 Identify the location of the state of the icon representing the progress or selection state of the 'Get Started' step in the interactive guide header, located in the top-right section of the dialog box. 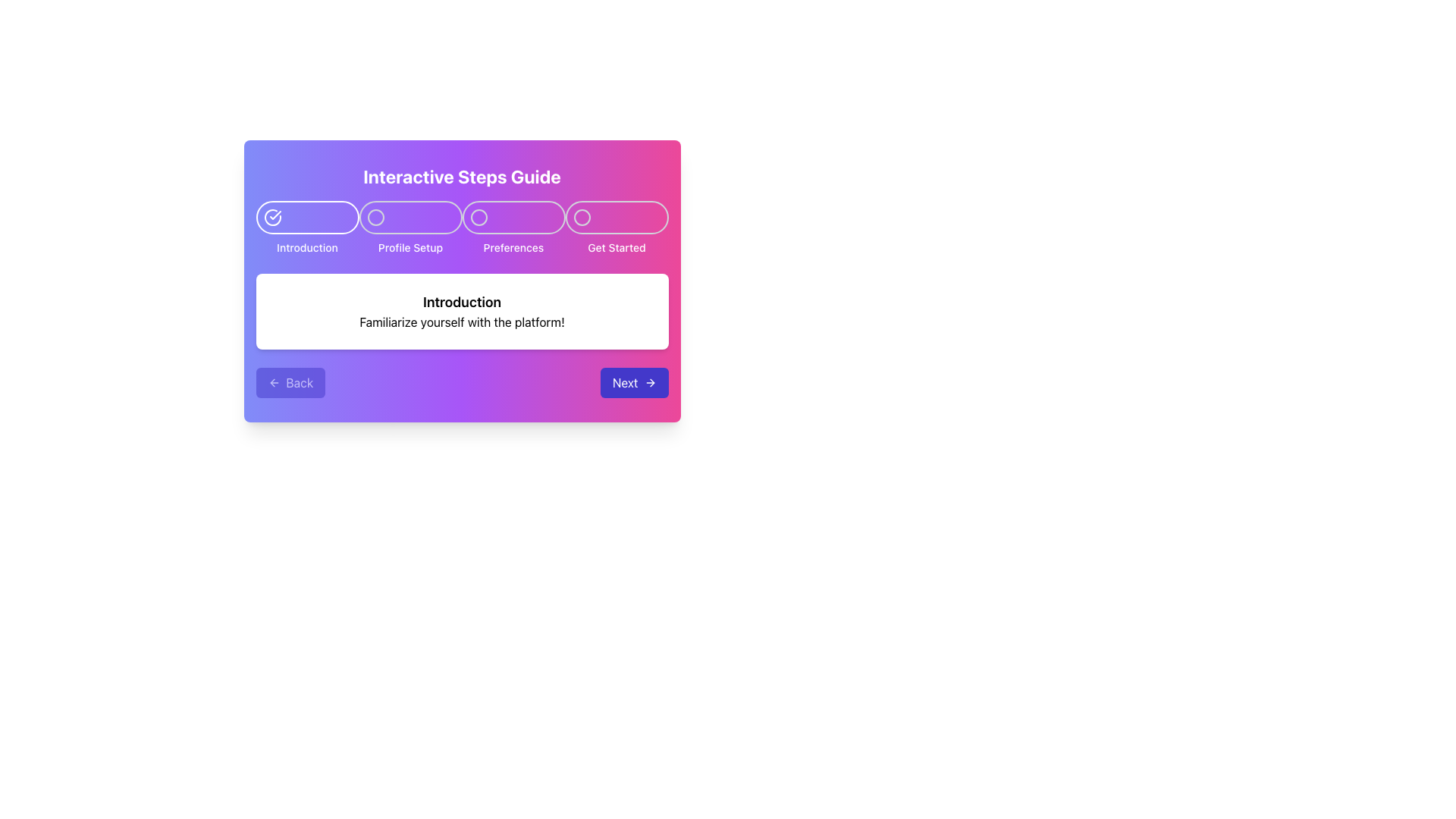
(617, 217).